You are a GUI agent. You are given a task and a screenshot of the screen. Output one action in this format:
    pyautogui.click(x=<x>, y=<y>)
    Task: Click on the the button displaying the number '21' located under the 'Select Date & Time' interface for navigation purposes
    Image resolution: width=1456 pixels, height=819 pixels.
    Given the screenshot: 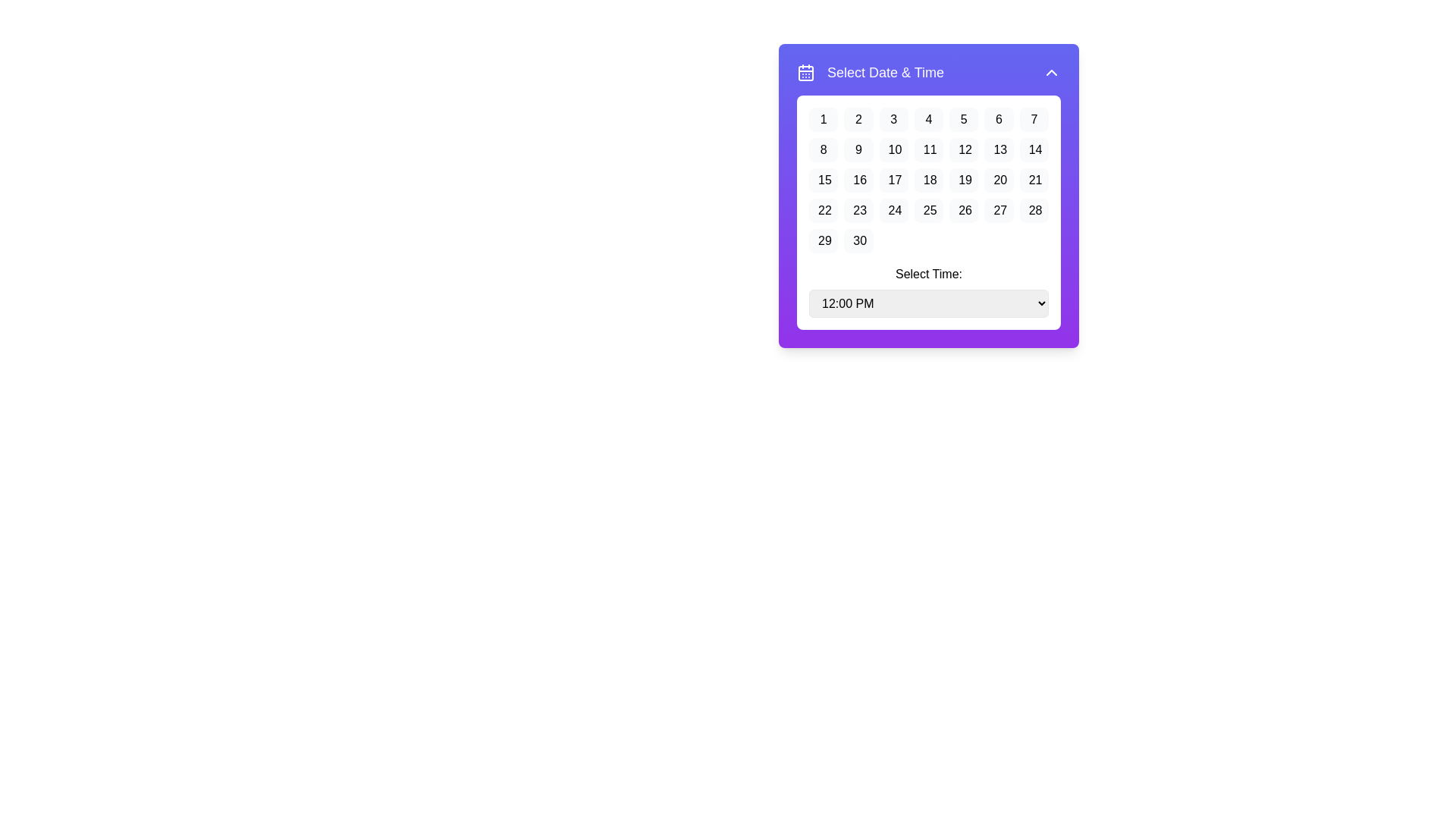 What is the action you would take?
    pyautogui.click(x=1033, y=180)
    